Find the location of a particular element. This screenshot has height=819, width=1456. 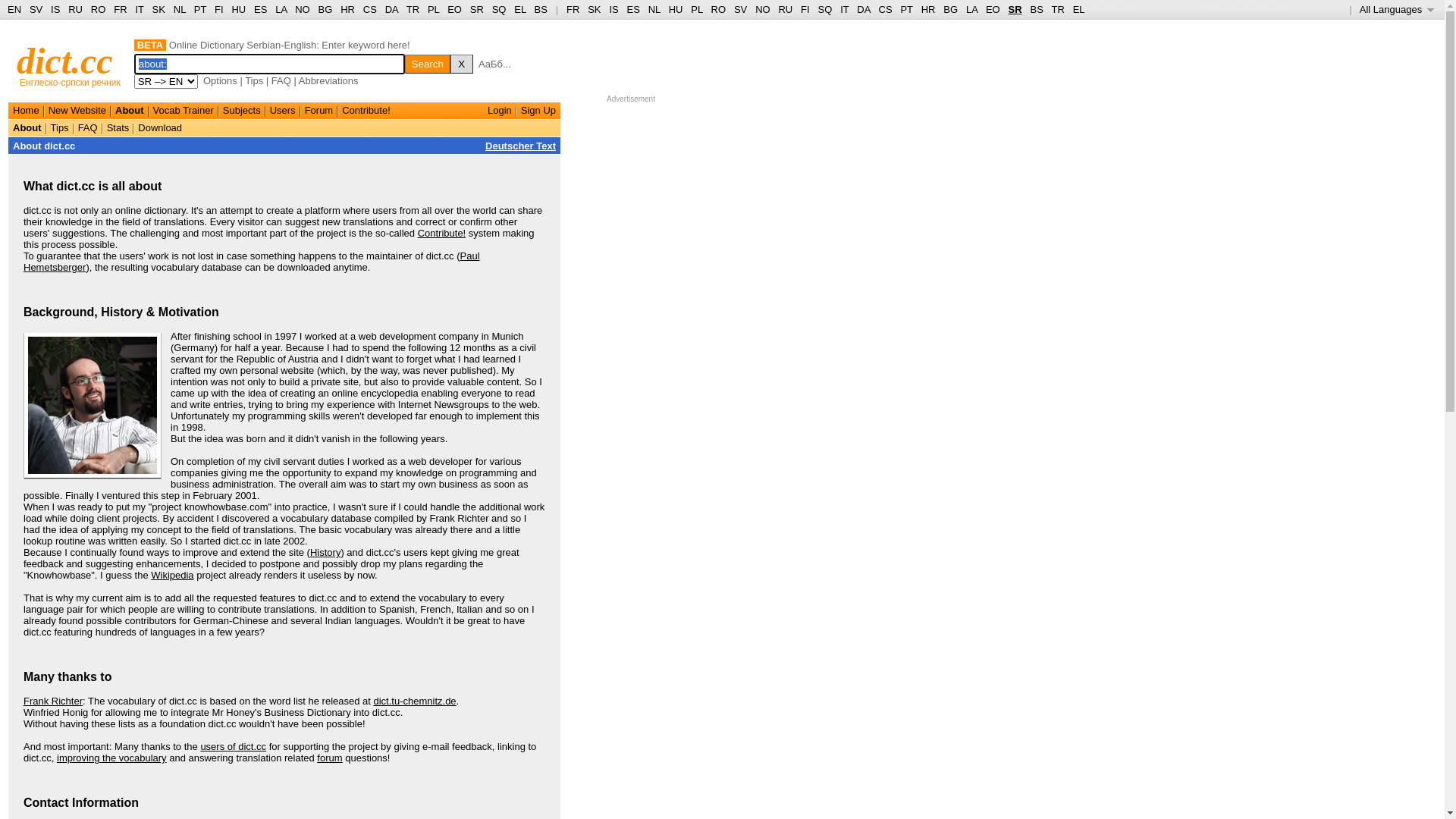

'LA' is located at coordinates (971, 9).